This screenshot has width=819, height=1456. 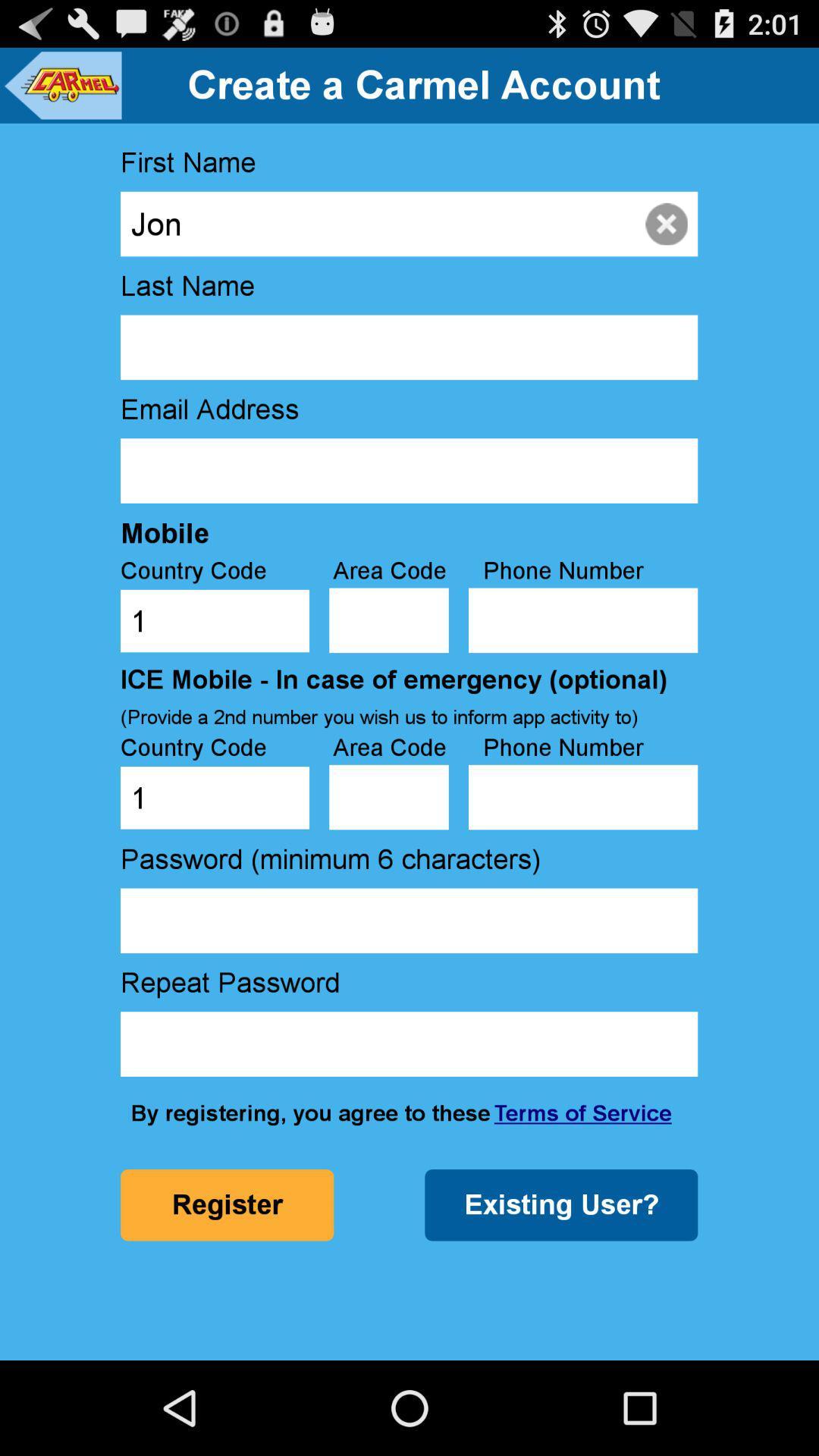 What do you see at coordinates (61, 84) in the screenshot?
I see `icon above first name item` at bounding box center [61, 84].